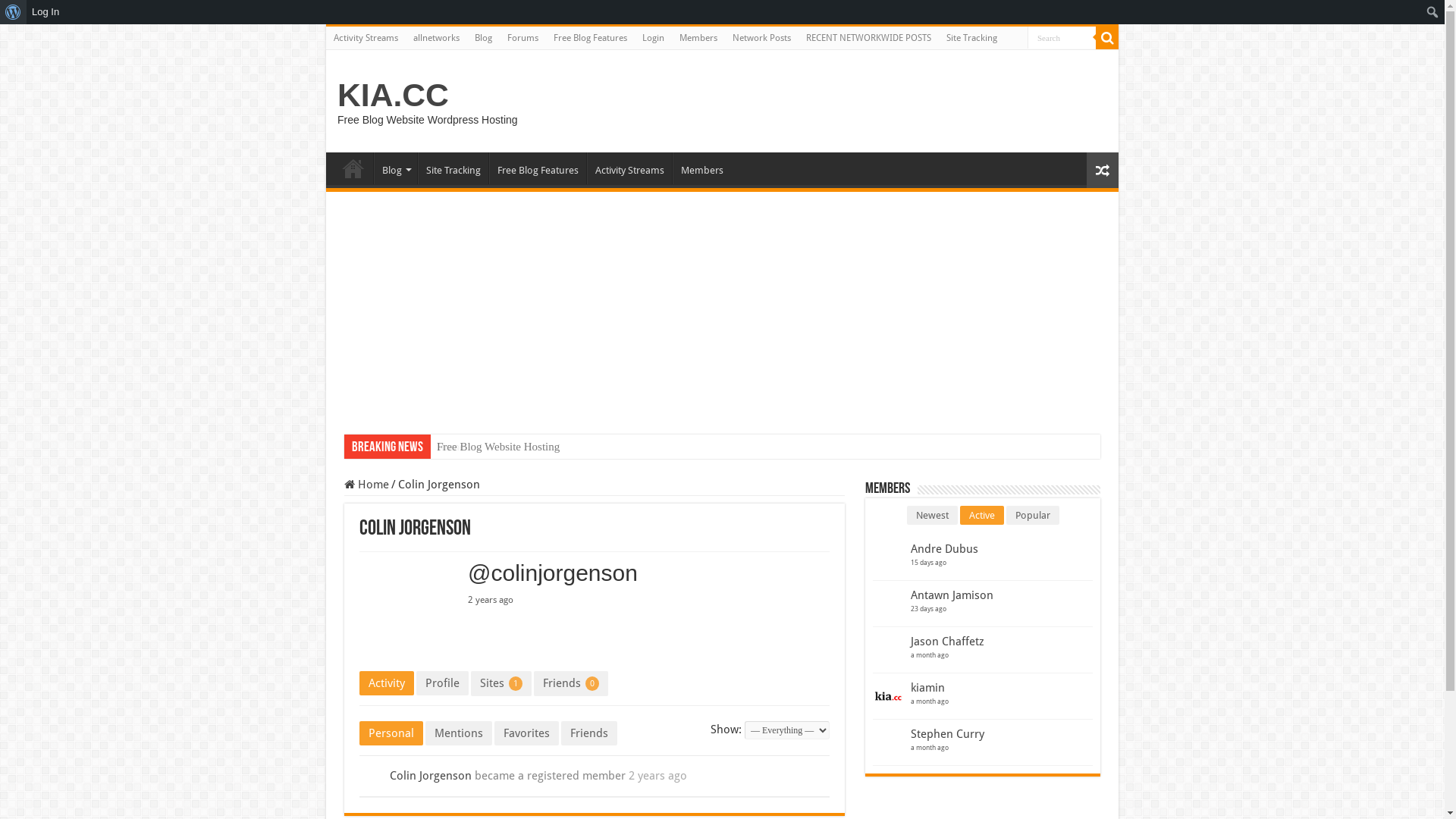 The image size is (1456, 819). Describe the element at coordinates (405, 37) in the screenshot. I see `'allnetworks'` at that location.